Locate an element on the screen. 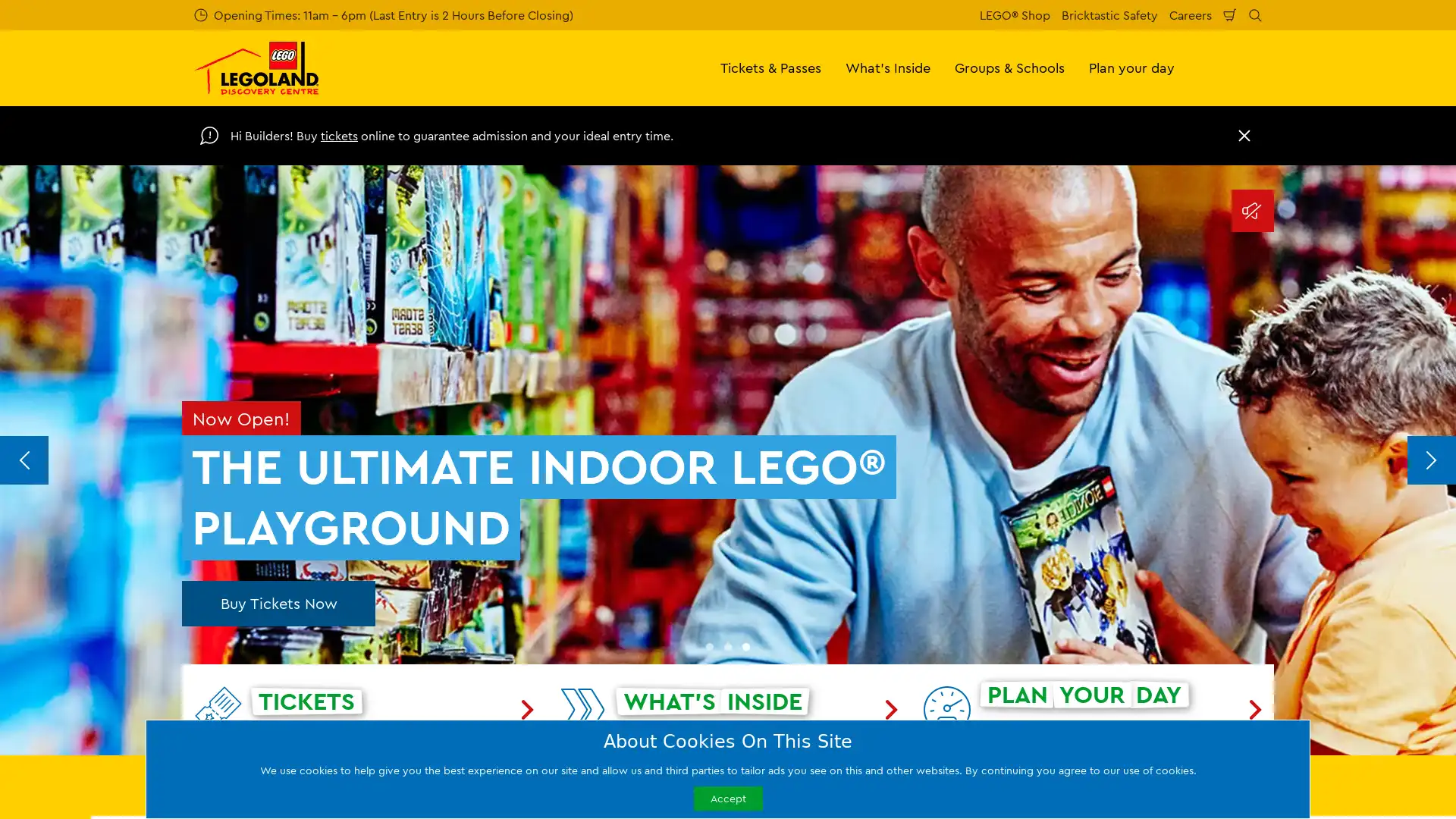  Go to slide 1 is located at coordinates (709, 646).